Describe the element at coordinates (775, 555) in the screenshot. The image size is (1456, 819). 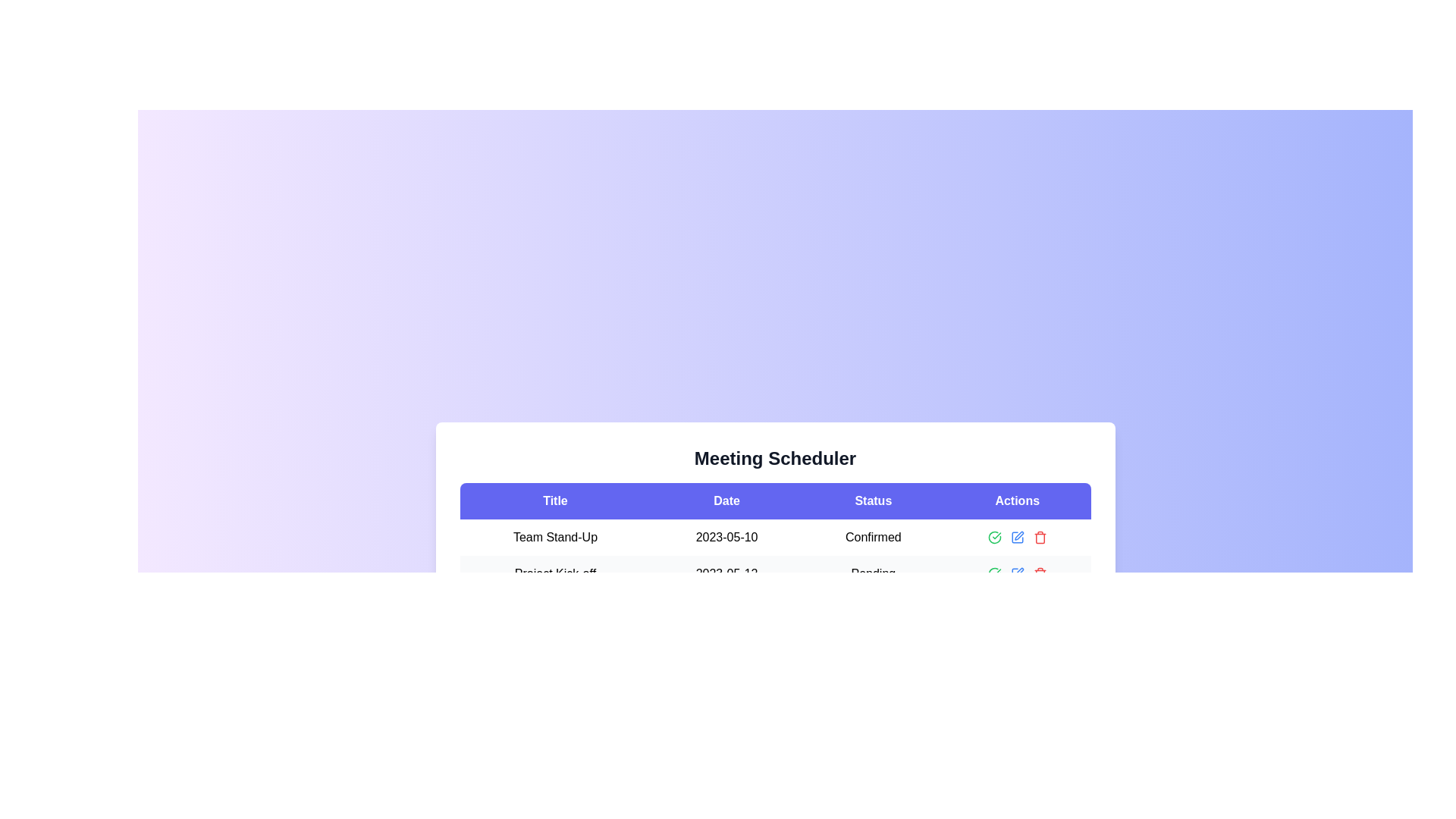
I see `the first data row in the table that displays details for the meeting titled 'Team Stand-Up', which includes the date '2023-05-10' and status 'Confirmed'` at that location.